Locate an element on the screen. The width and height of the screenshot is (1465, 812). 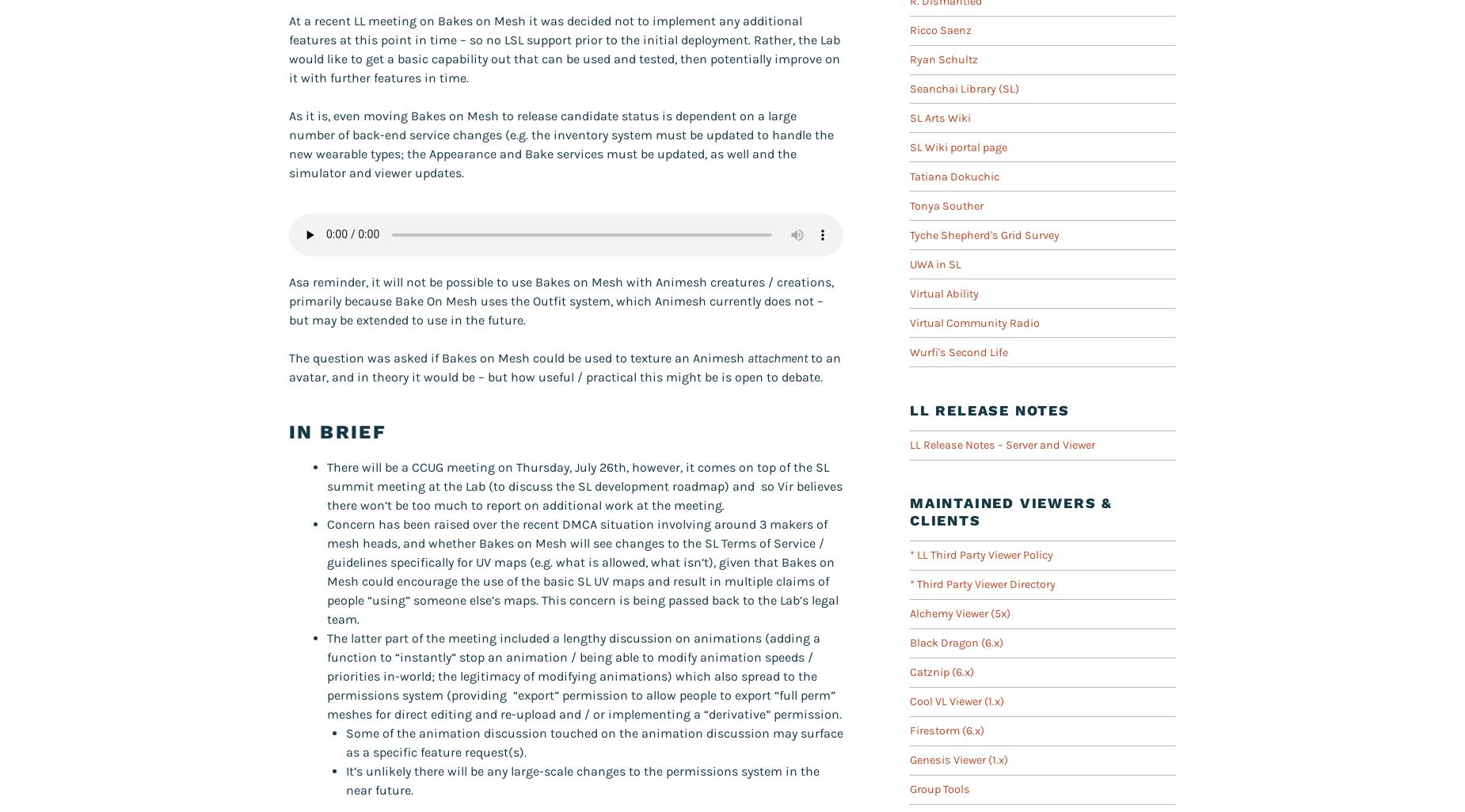
'Tonya Souther' is located at coordinates (946, 204).